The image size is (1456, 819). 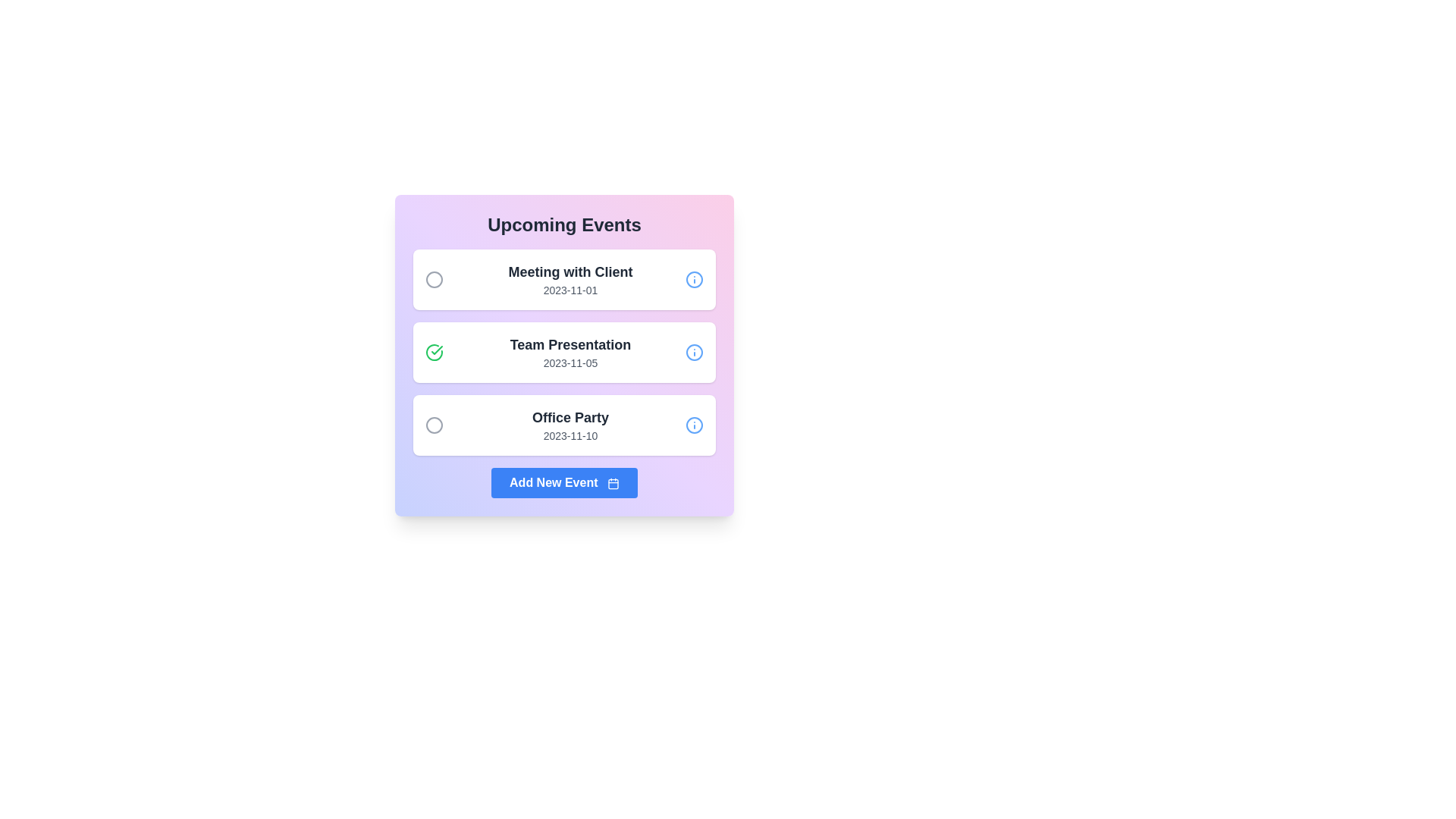 I want to click on the primary title of the third item in the vertical list of upcoming events, so click(x=570, y=418).